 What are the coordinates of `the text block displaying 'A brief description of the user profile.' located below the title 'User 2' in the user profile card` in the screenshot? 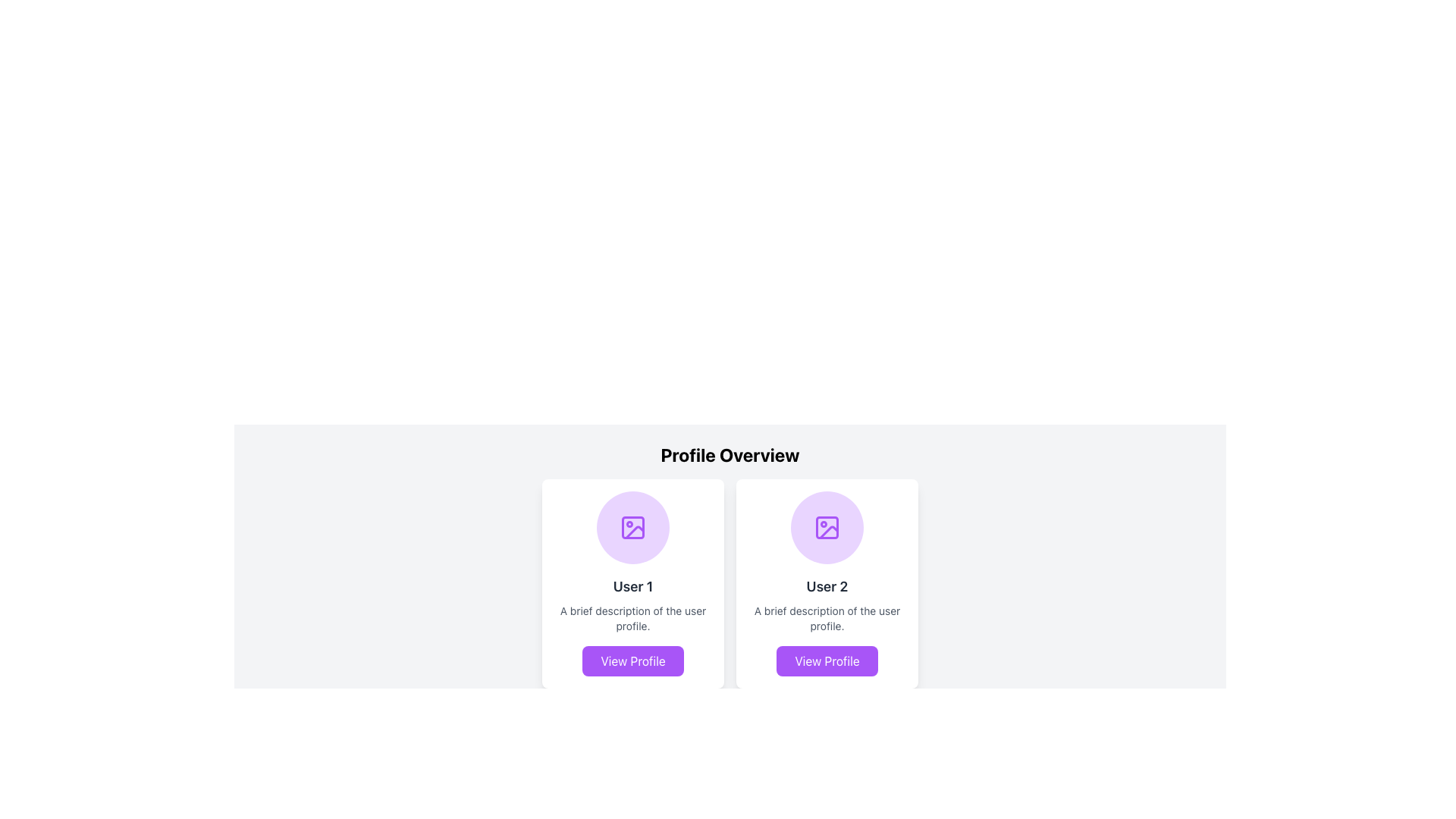 It's located at (826, 619).